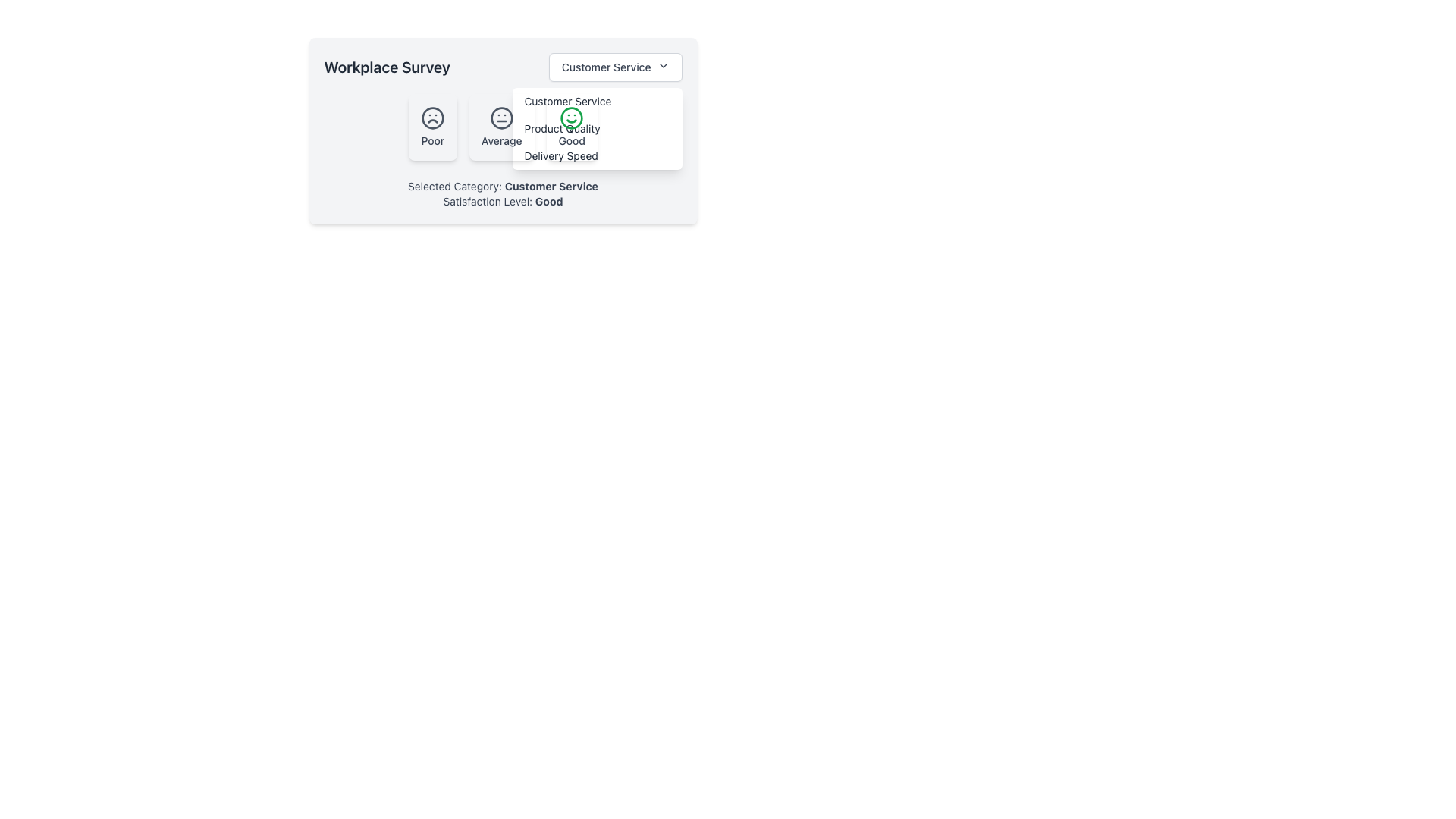 The image size is (1456, 819). I want to click on the circular decorative shape within the smiley face icon located in the dropdown menu, which is the second item in the list, so click(571, 117).